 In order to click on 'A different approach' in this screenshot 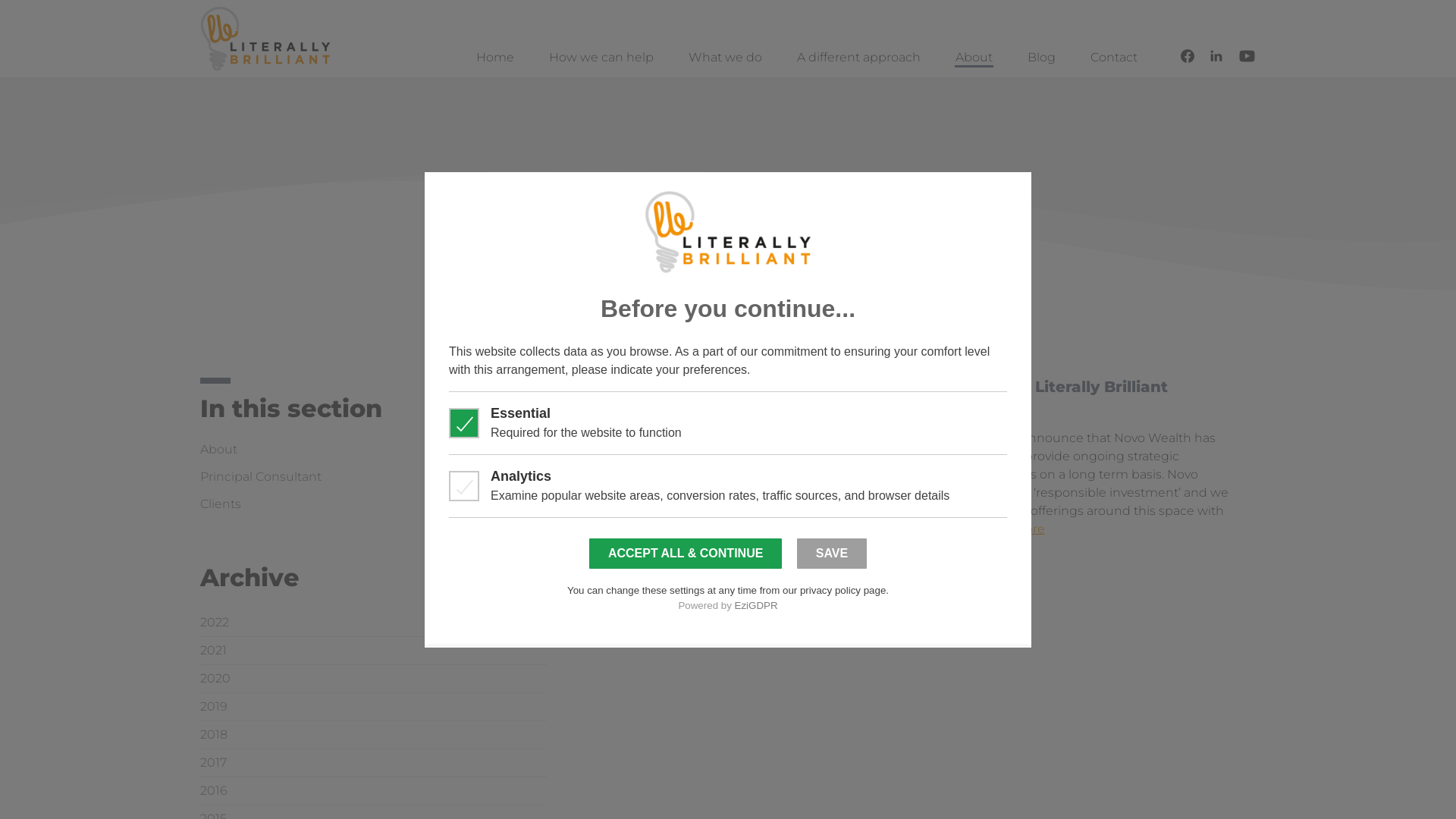, I will do `click(858, 57)`.